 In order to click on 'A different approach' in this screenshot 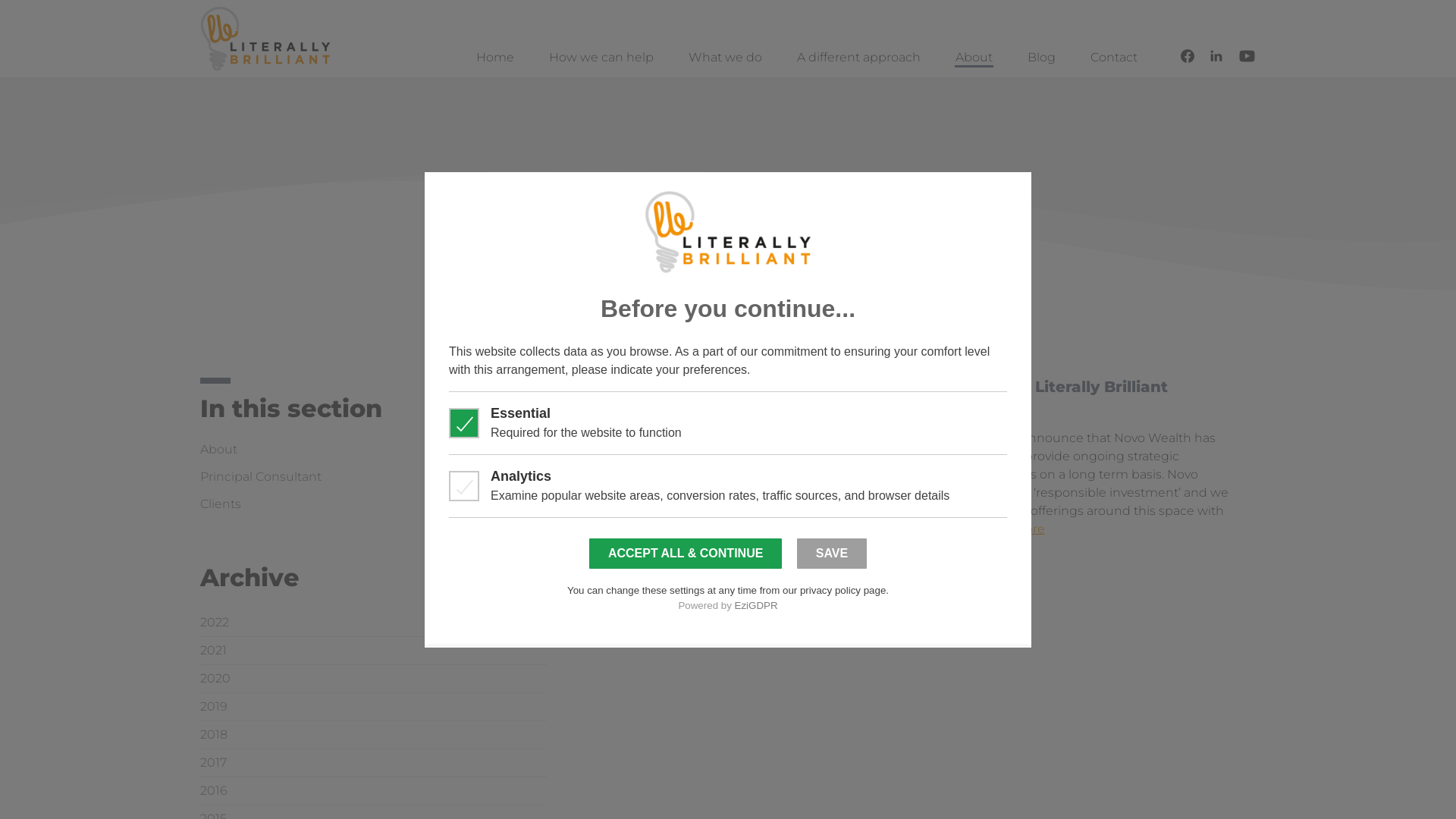, I will do `click(858, 57)`.